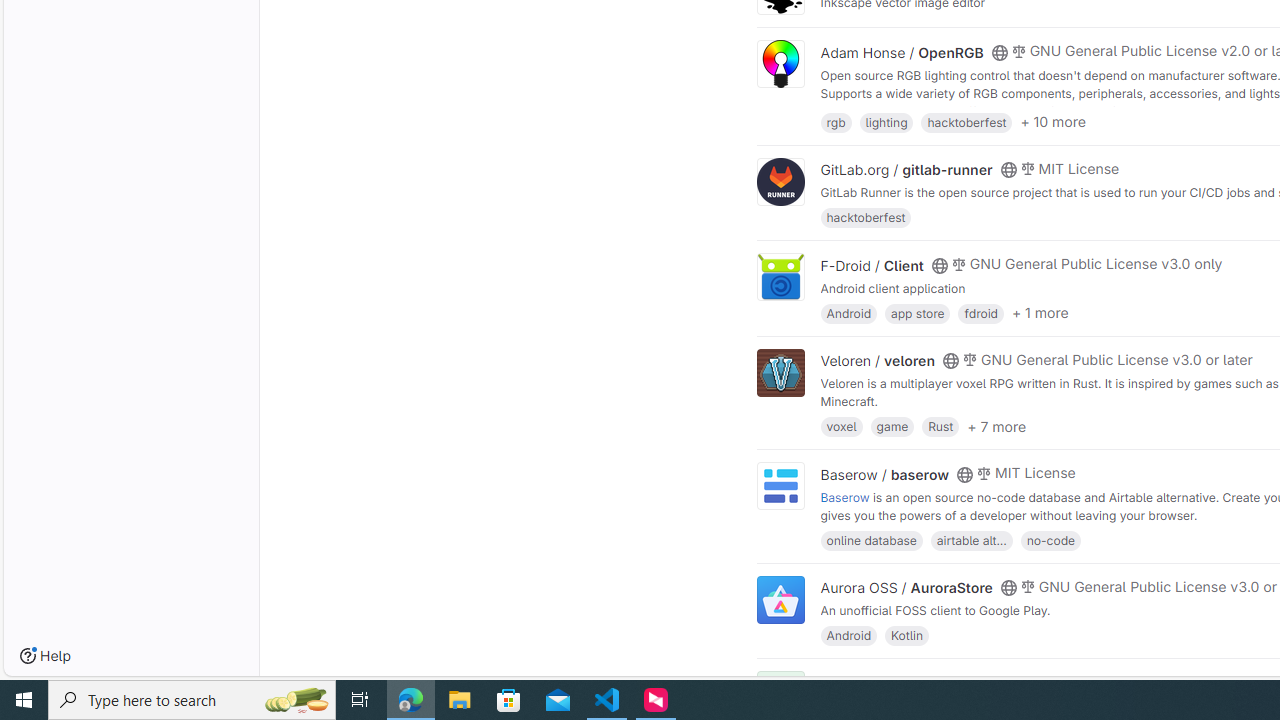  I want to click on 'Adam Honse / OpenRGB', so click(901, 51).